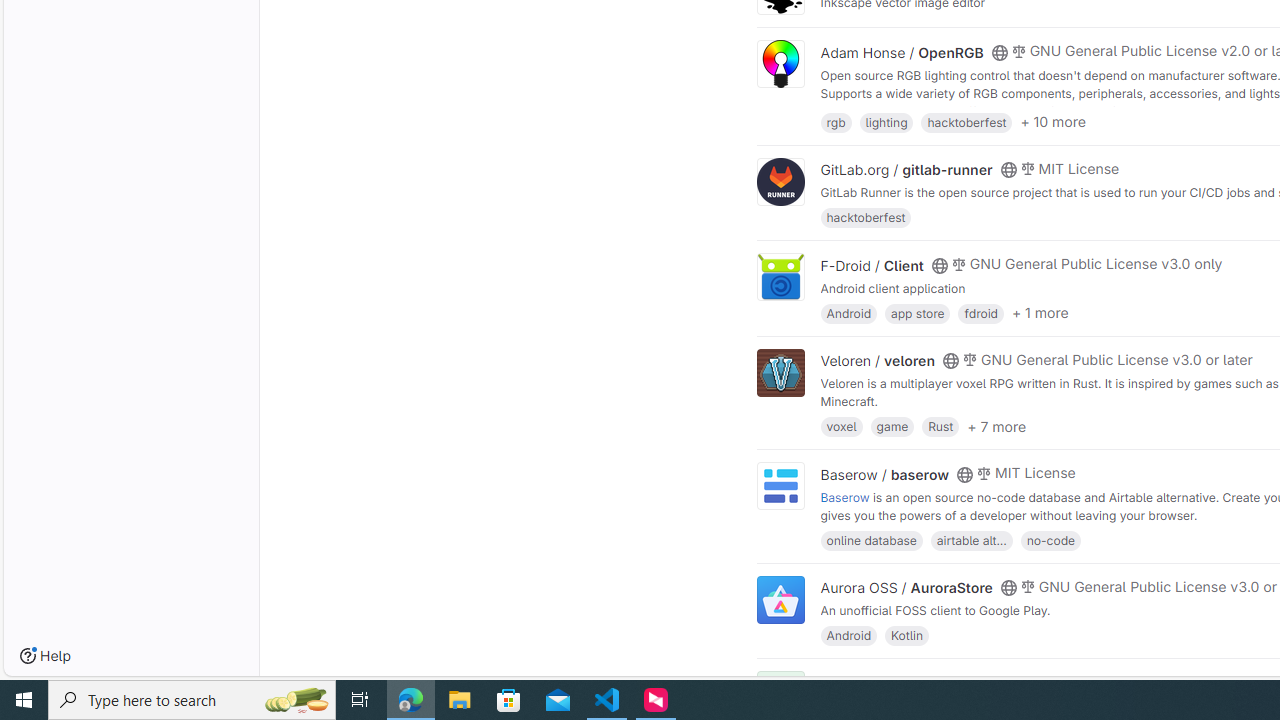  I want to click on 'Adam Honse / OpenRGB', so click(901, 51).